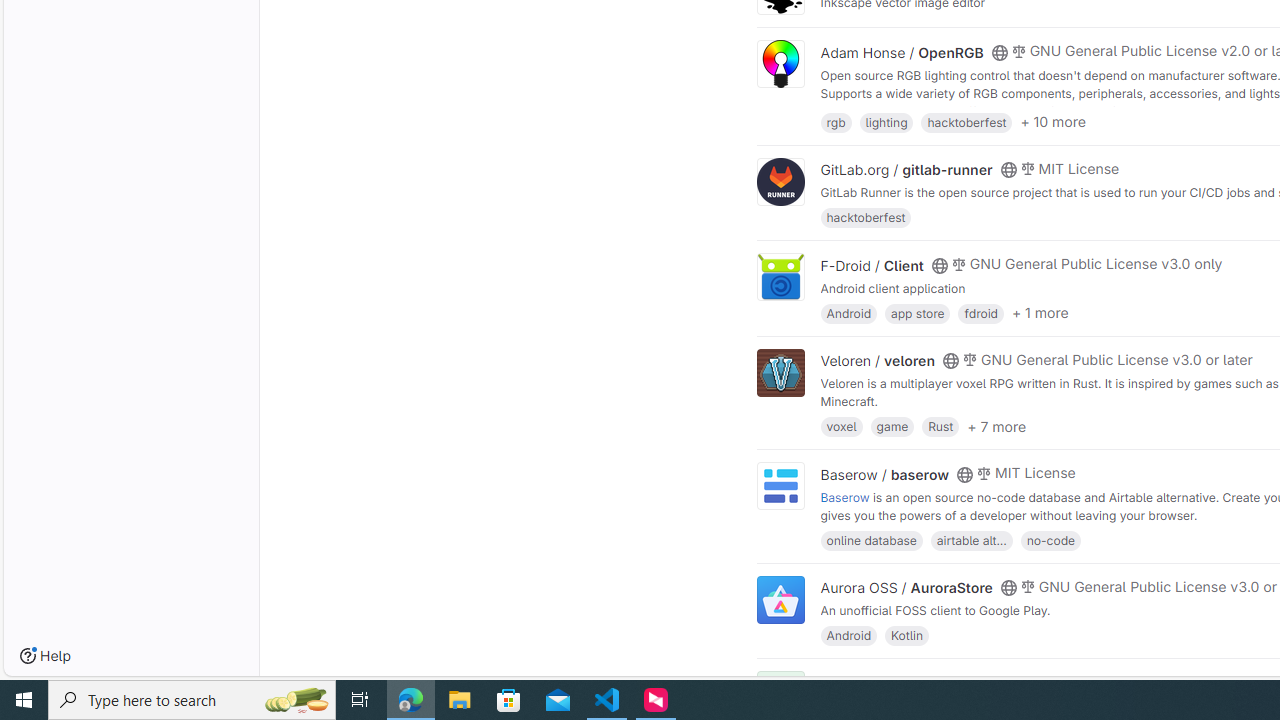  I want to click on 'Adam Honse / OpenRGB', so click(901, 51).